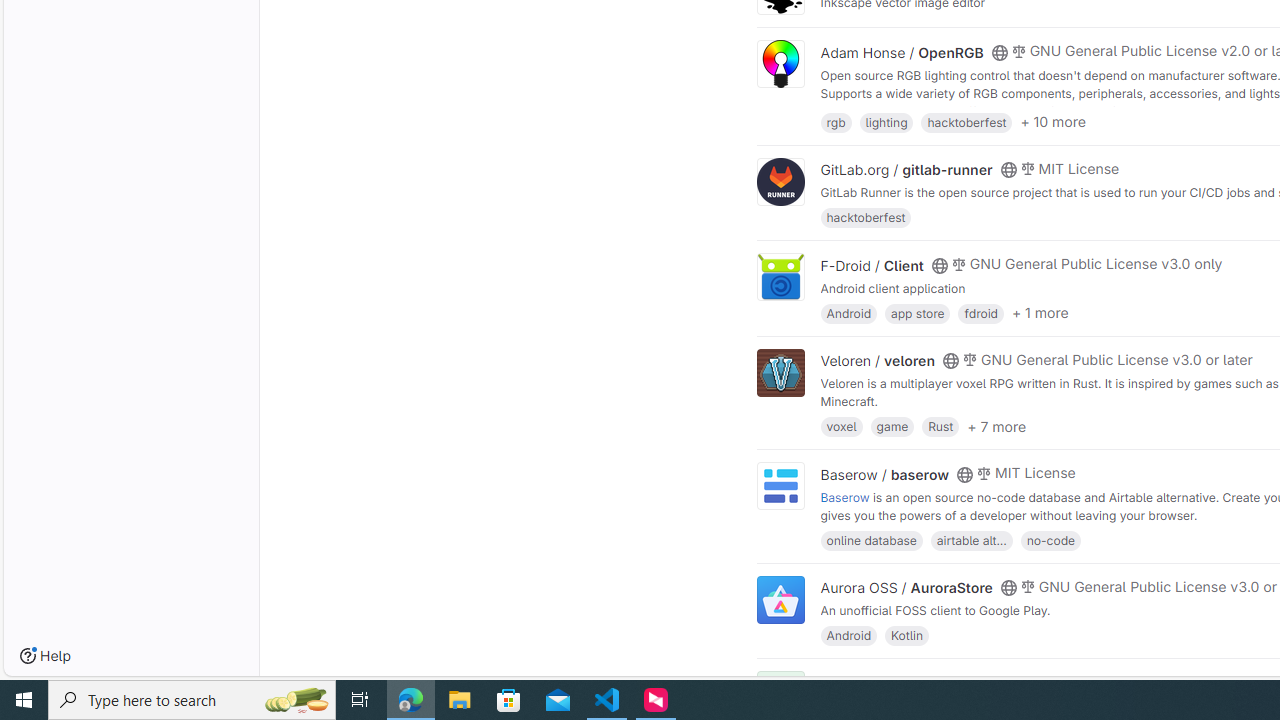  I want to click on 'Adam Honse / OpenRGB', so click(901, 51).